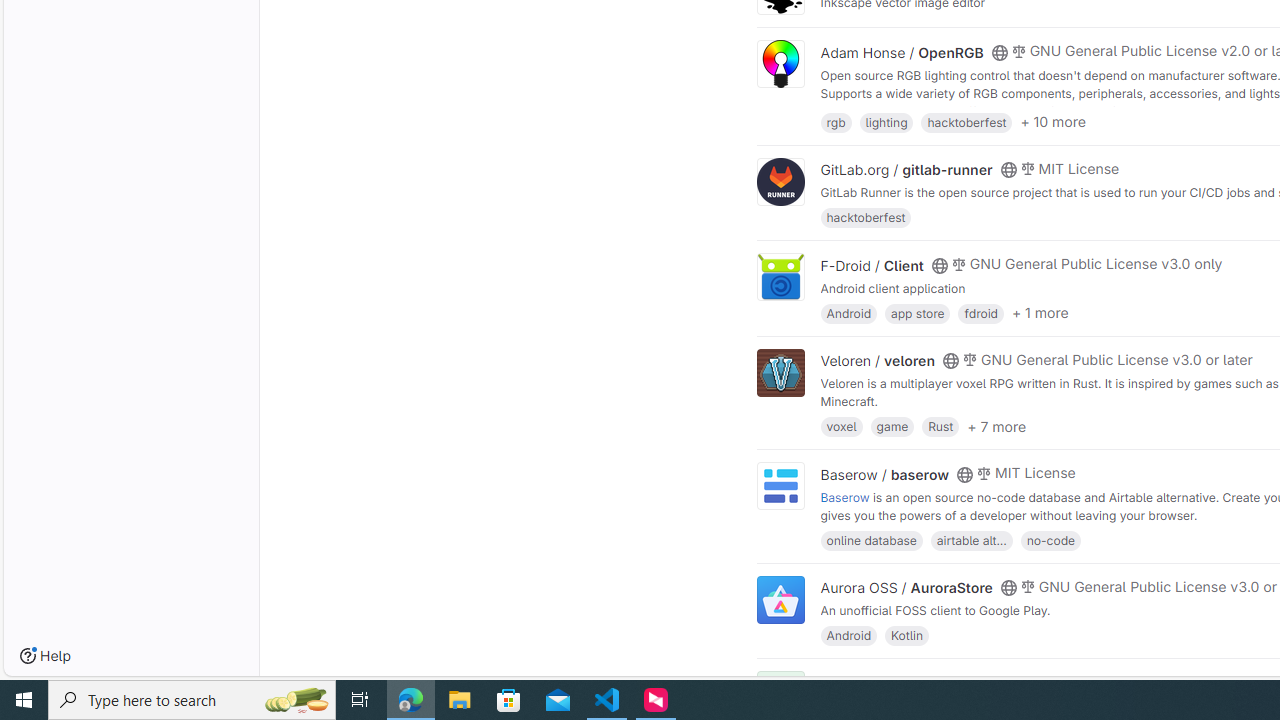  I want to click on 'Adam Honse / OpenRGB', so click(901, 51).